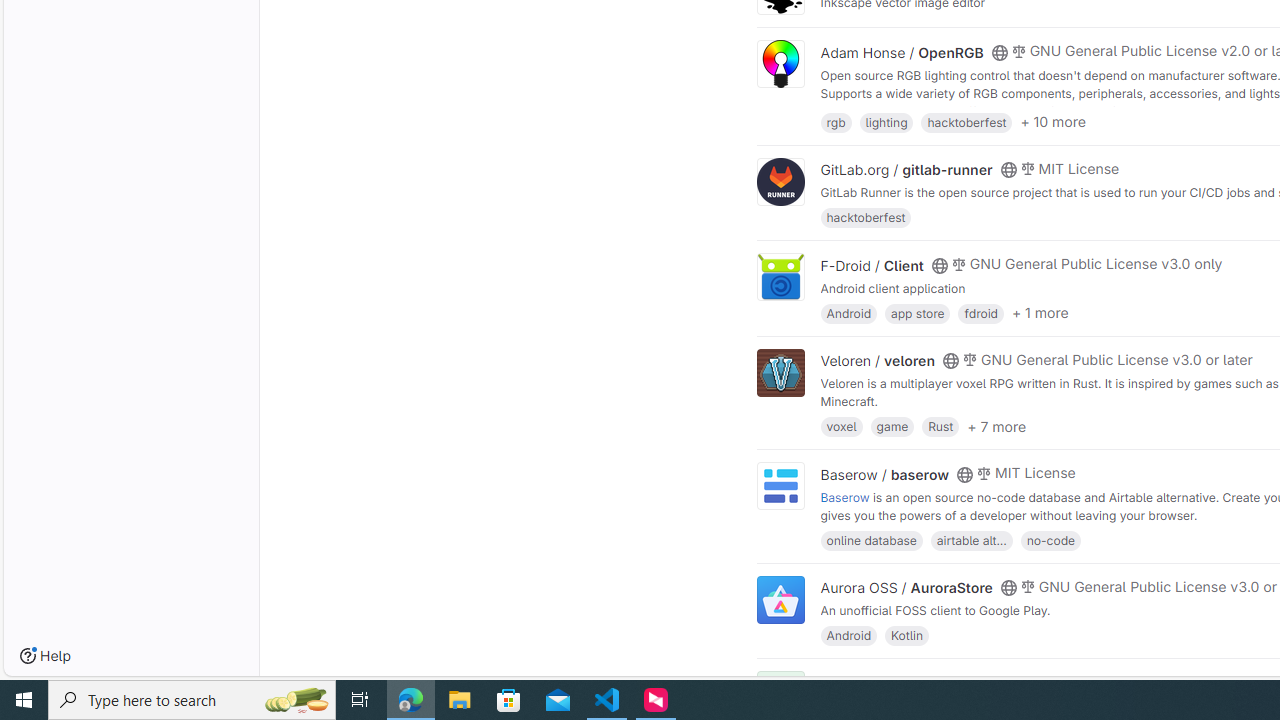  I want to click on 'Adam Honse / OpenRGB', so click(901, 51).